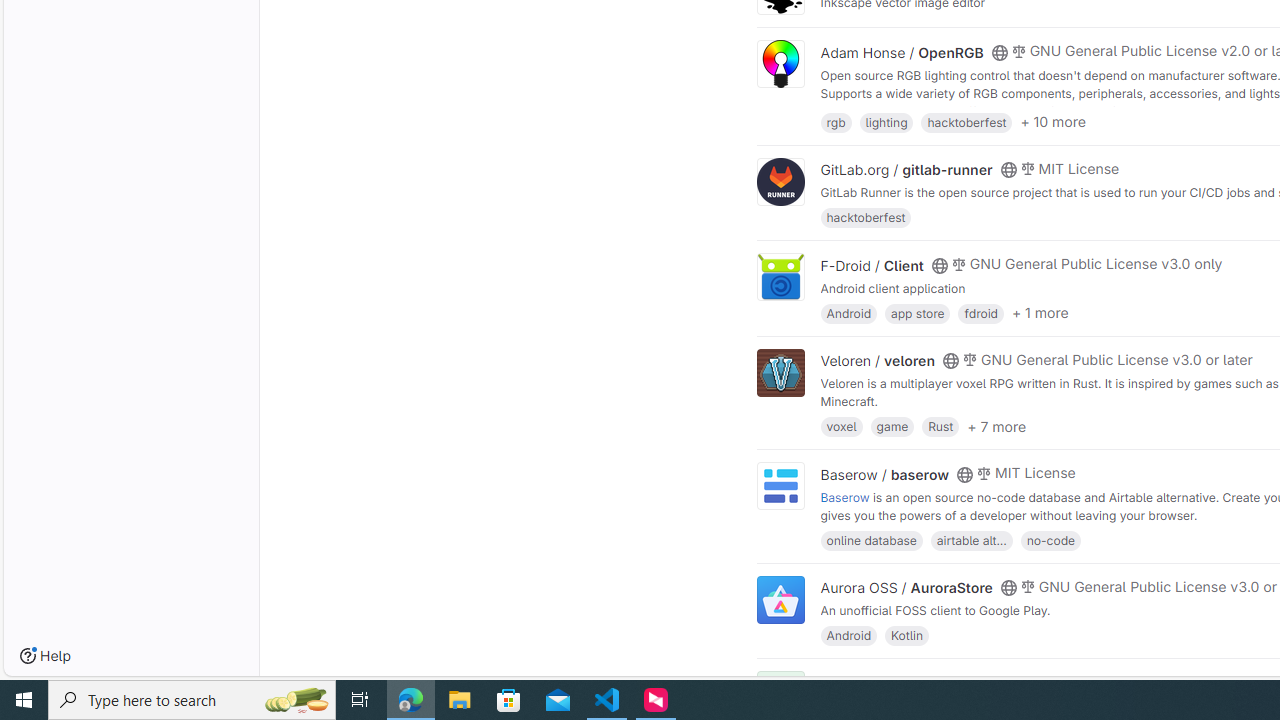  I want to click on 'Adam Honse / OpenRGB', so click(901, 51).